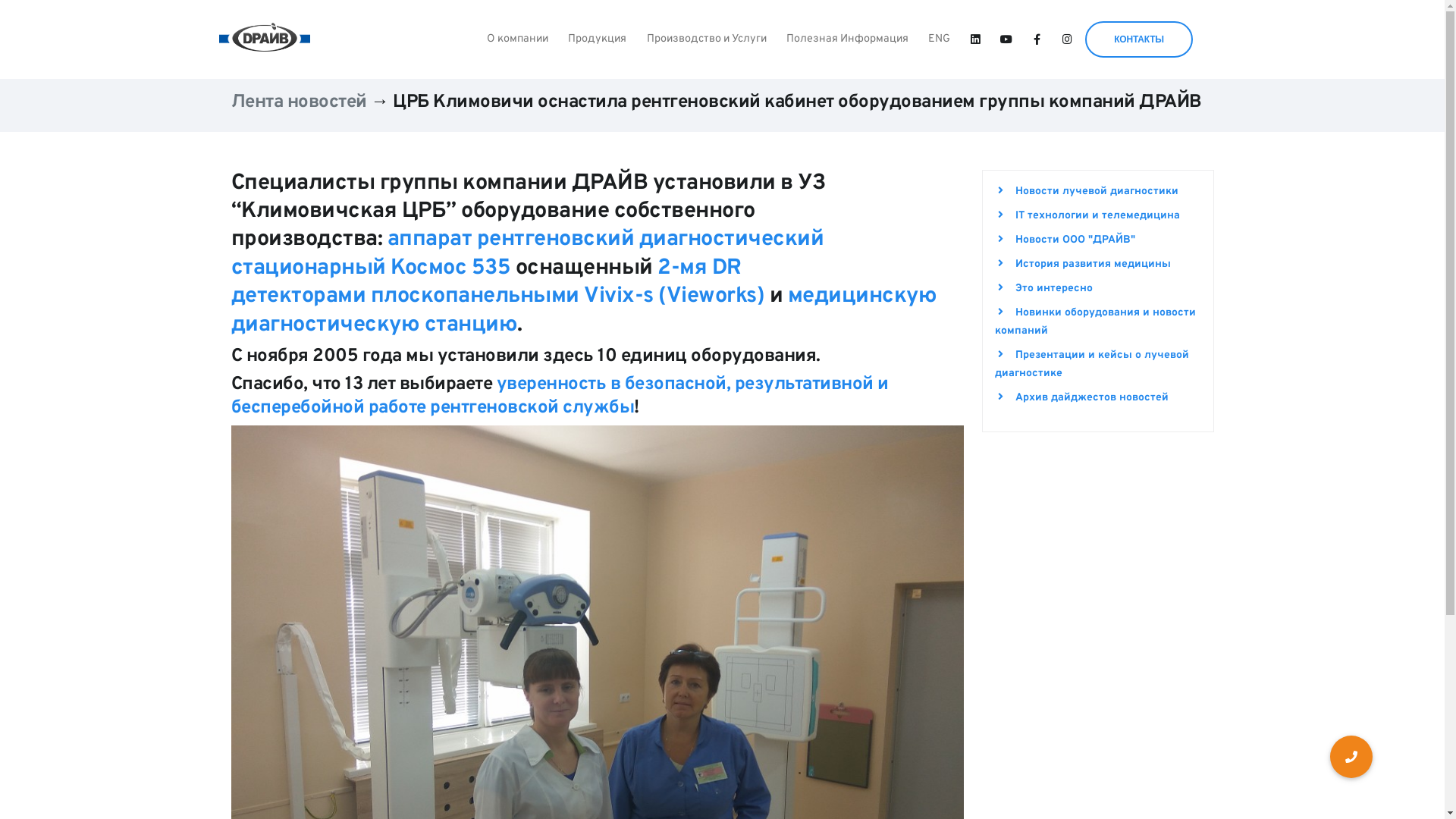 Image resolution: width=1456 pixels, height=819 pixels. Describe the element at coordinates (938, 38) in the screenshot. I see `'ENG'` at that location.